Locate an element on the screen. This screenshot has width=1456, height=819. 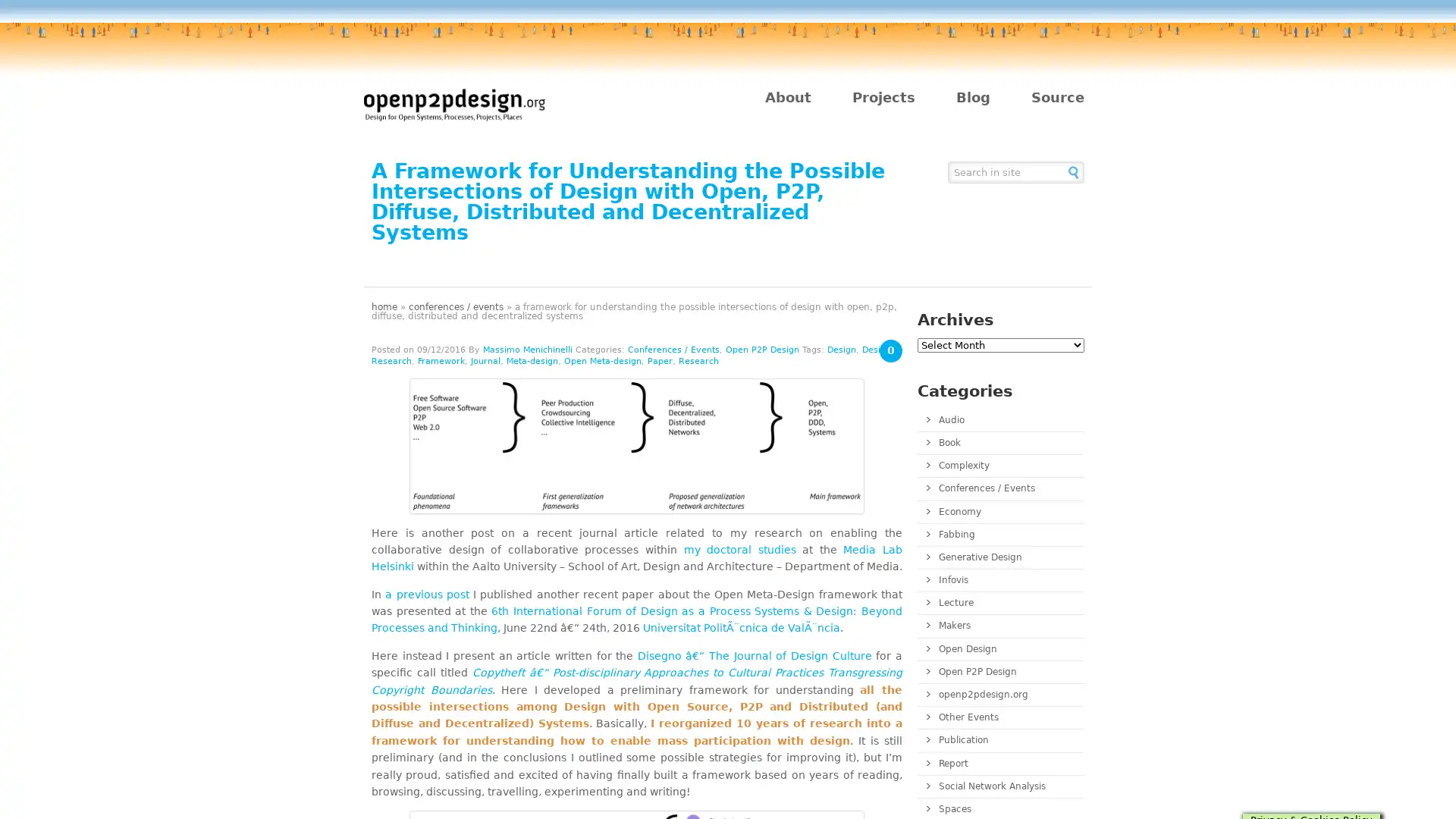
Search is located at coordinates (1073, 171).